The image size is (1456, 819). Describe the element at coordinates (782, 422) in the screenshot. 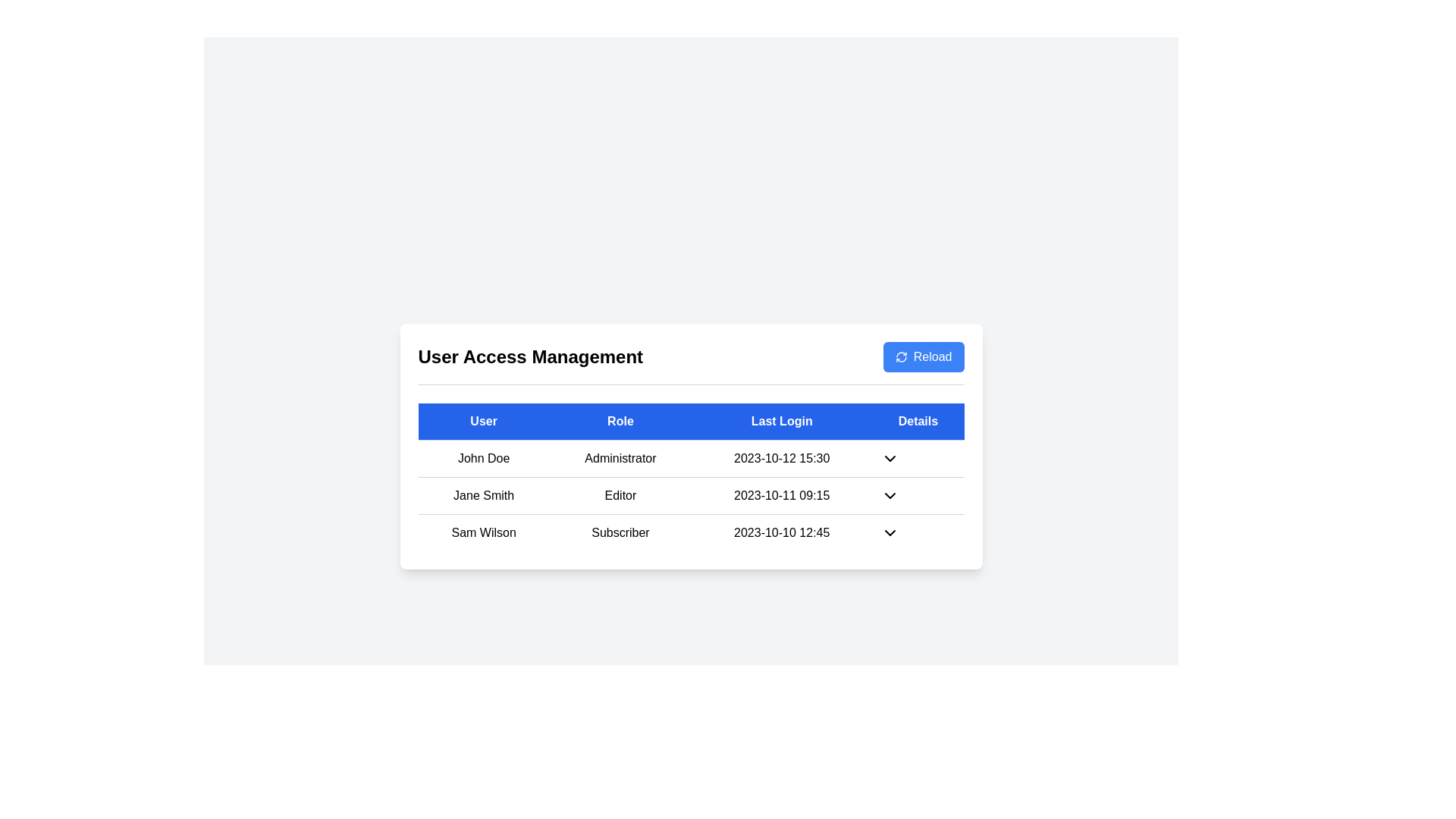

I see `the blue header cell labeled 'Last Login' in the user management system table, which is the third column from the left` at that location.